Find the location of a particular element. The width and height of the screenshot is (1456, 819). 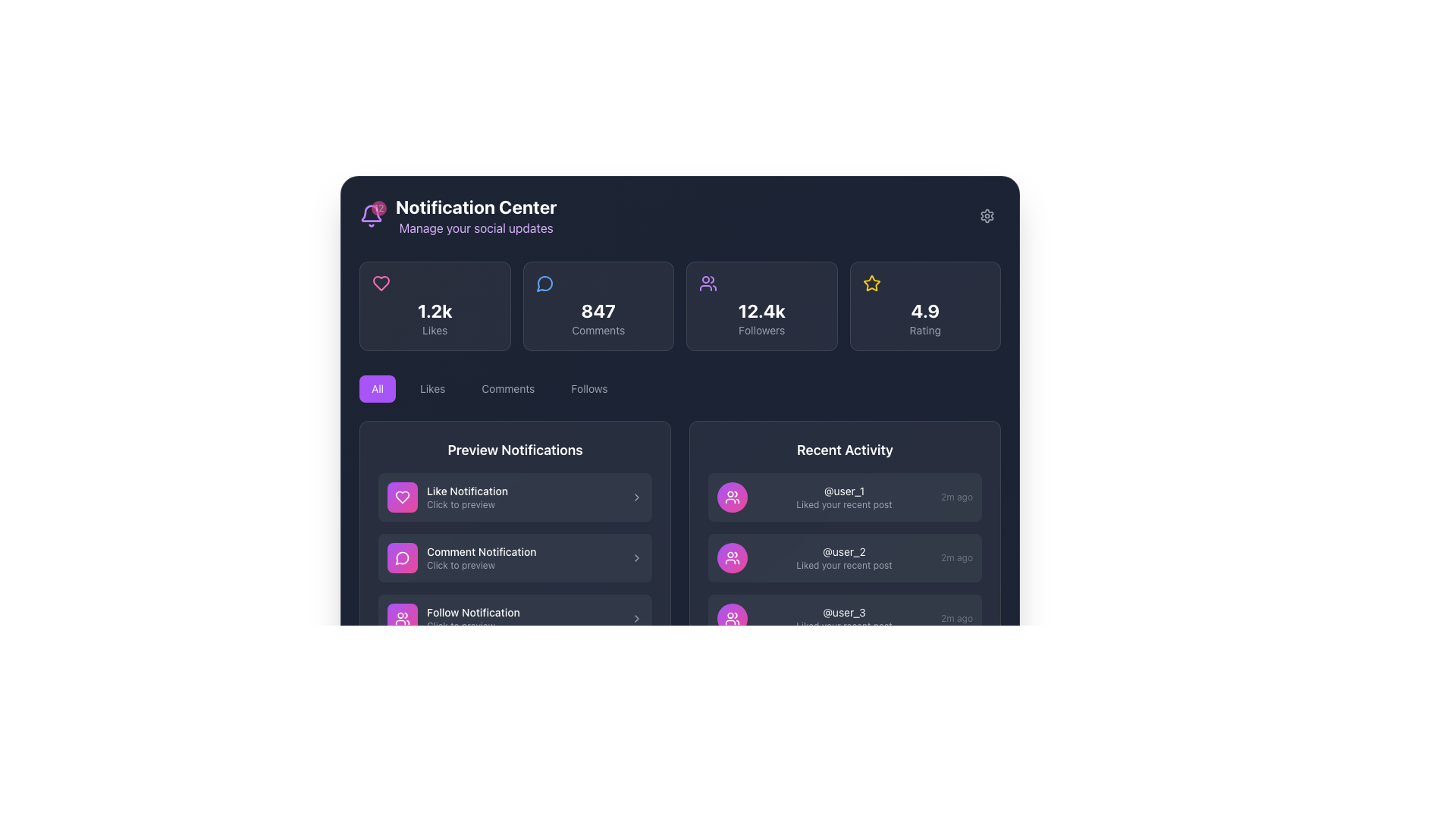

the 'Comment Notification' text in the 'Preview Notifications' list to interact with it is located at coordinates (524, 558).